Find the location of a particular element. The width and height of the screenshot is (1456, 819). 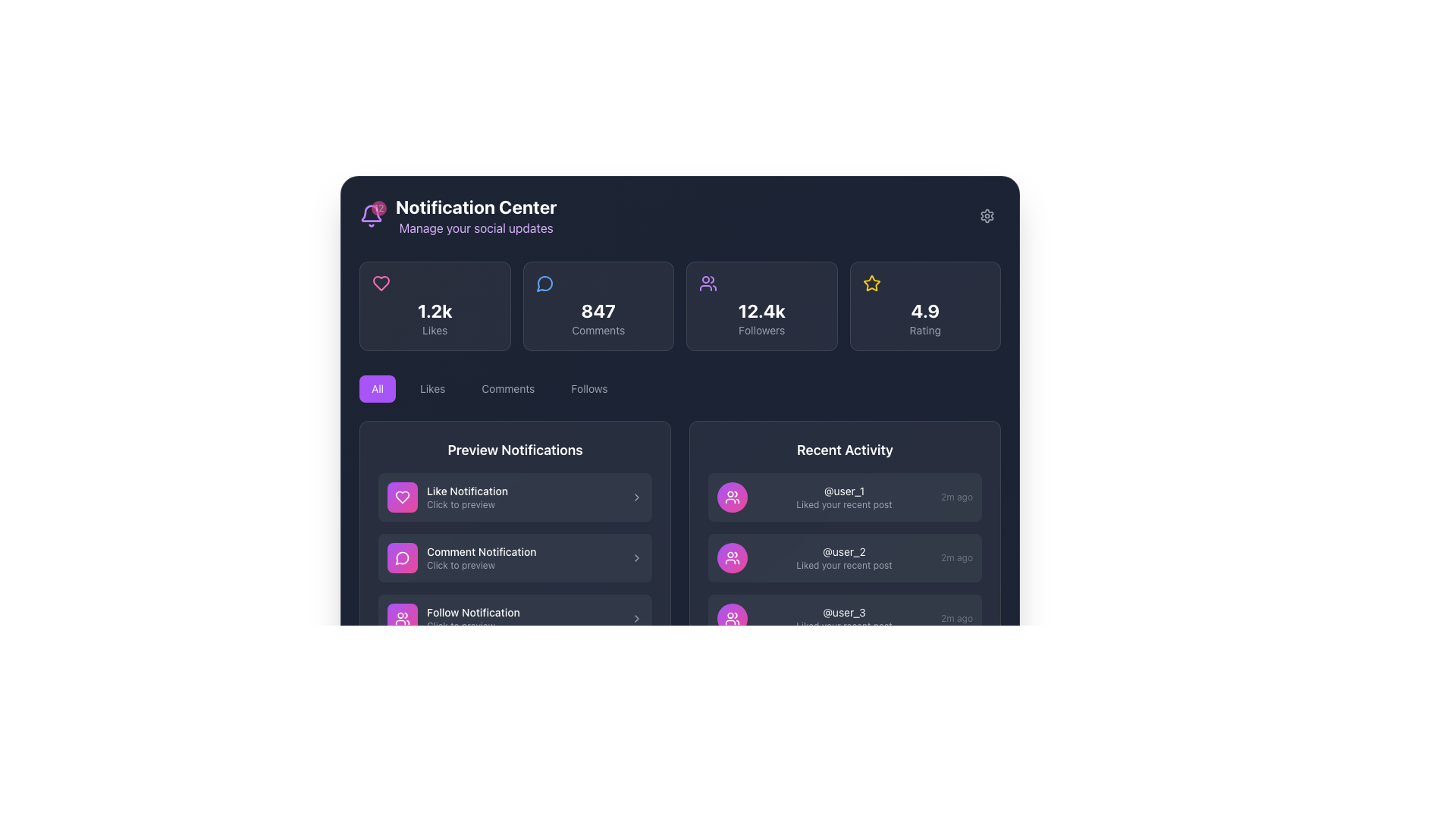

the 'Comment Notification' text in the 'Preview Notifications' list to interact with it is located at coordinates (524, 558).